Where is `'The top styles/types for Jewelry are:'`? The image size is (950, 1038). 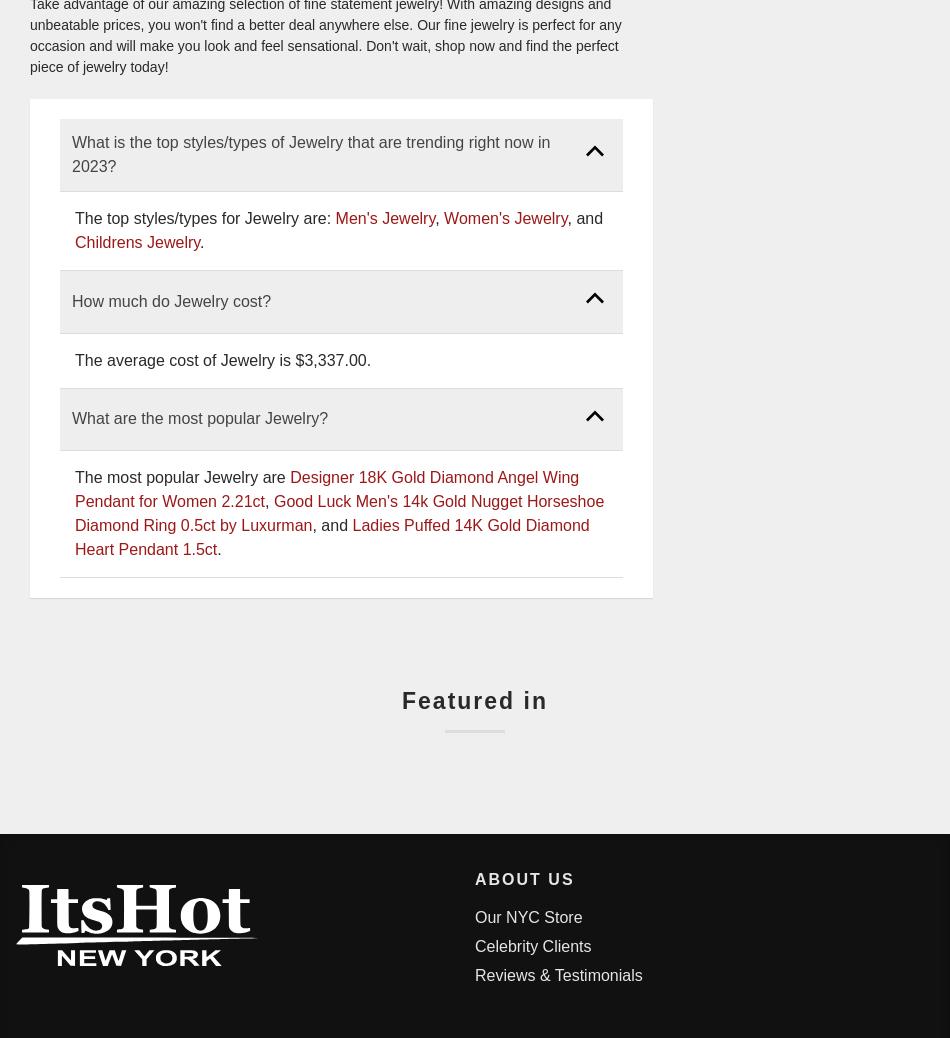 'The top styles/types for Jewelry are:' is located at coordinates (205, 217).